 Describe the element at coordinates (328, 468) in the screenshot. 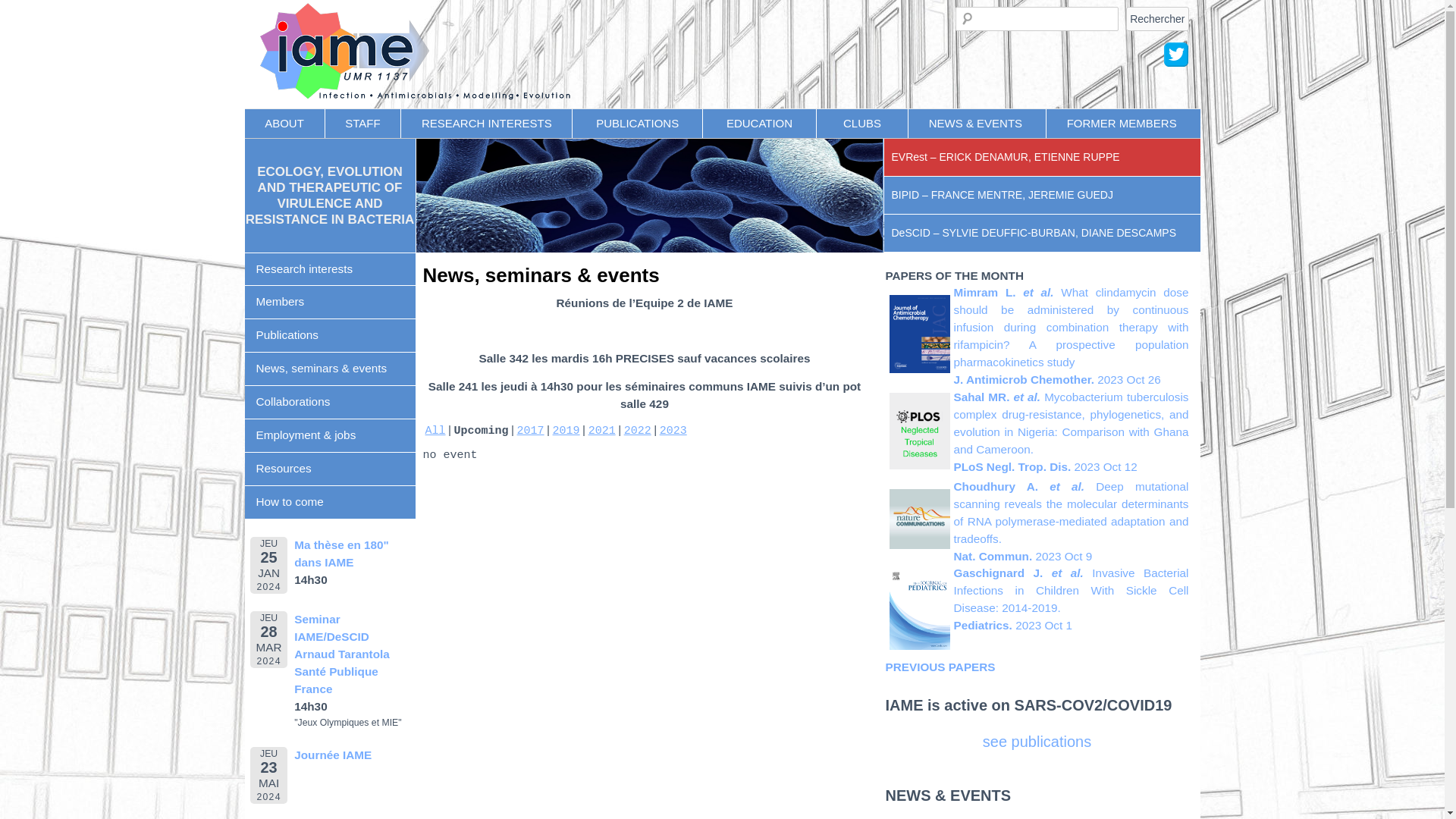

I see `'Resources'` at that location.